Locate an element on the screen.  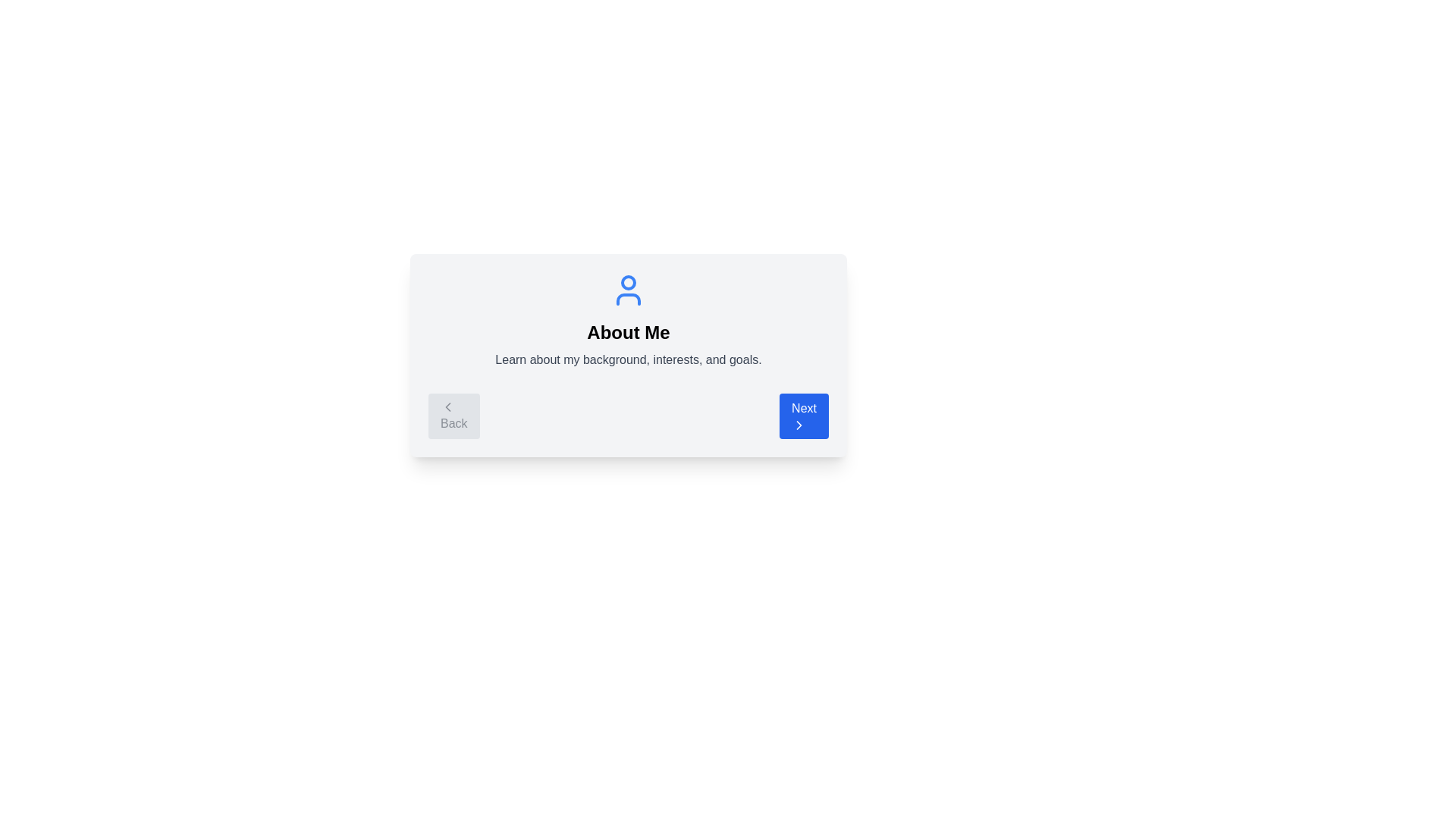
the 'About Me' heading text element, which is styled in bold and centered, located directly below a blue user-like icon and above descriptive text is located at coordinates (629, 332).